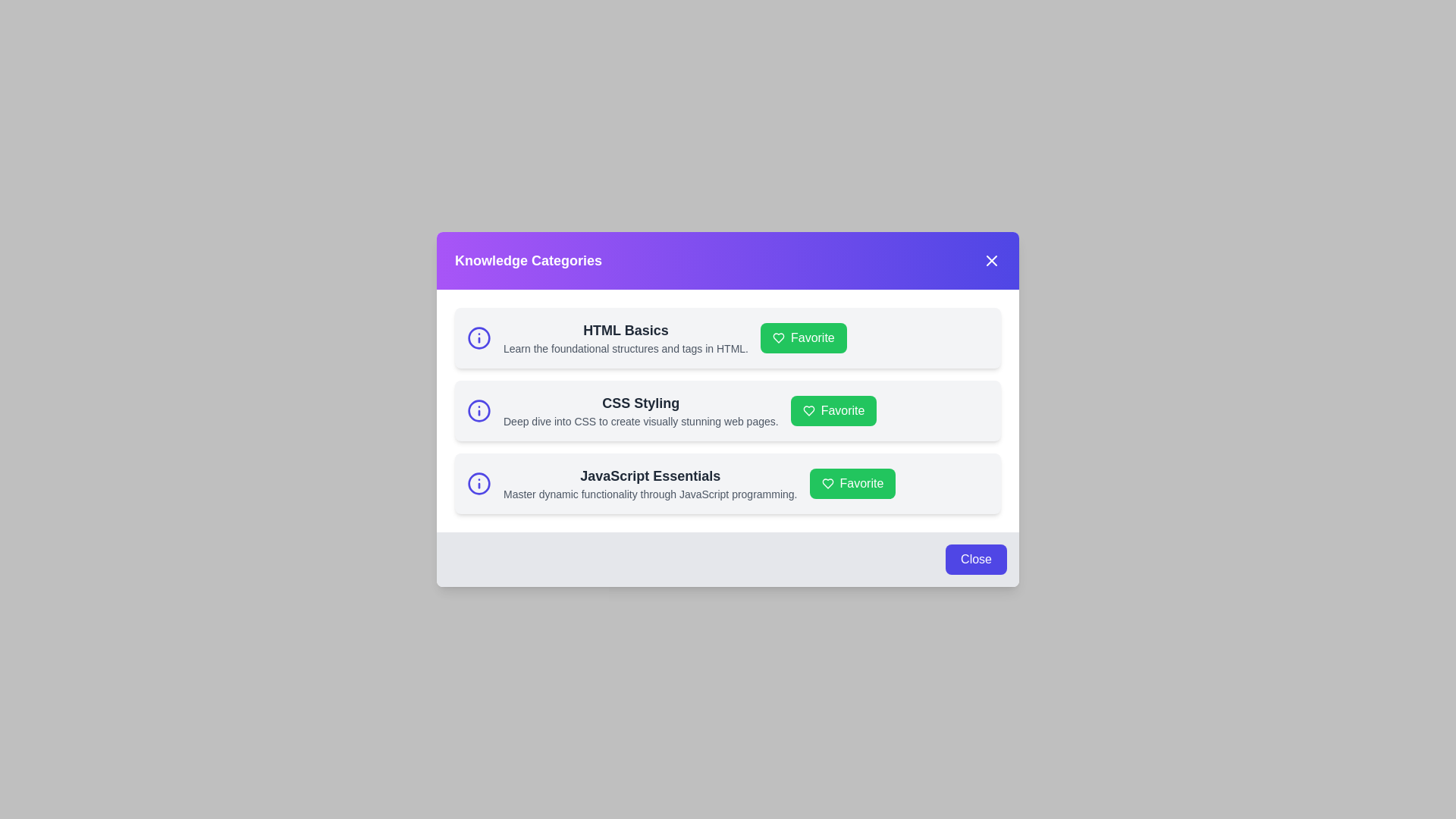  What do you see at coordinates (479, 337) in the screenshot?
I see `the information icon indicating availability of additional information related to 'HTML Basics', positioned to the left of the text in the first row` at bounding box center [479, 337].